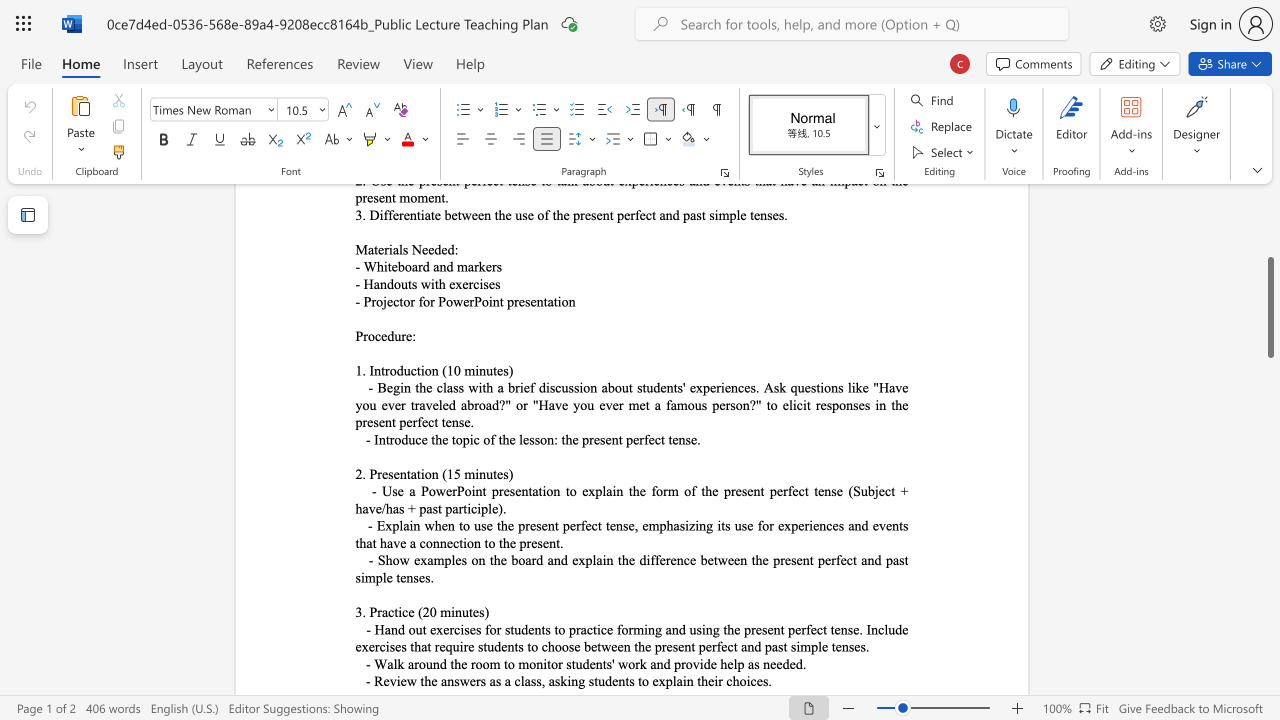 The height and width of the screenshot is (720, 1280). I want to click on the 2th character "v" in the text, so click(396, 543).